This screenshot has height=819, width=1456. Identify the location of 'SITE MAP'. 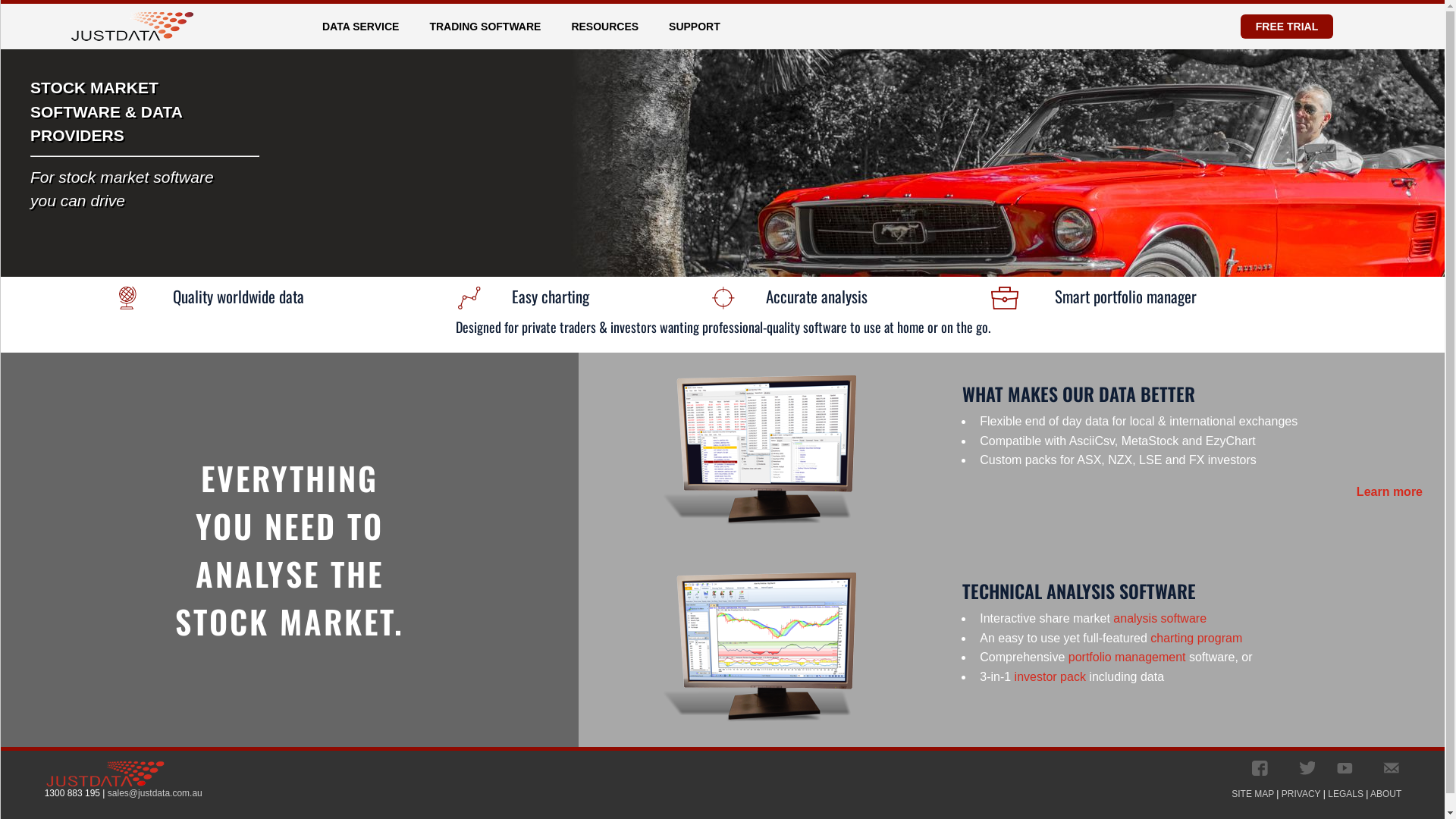
(1252, 792).